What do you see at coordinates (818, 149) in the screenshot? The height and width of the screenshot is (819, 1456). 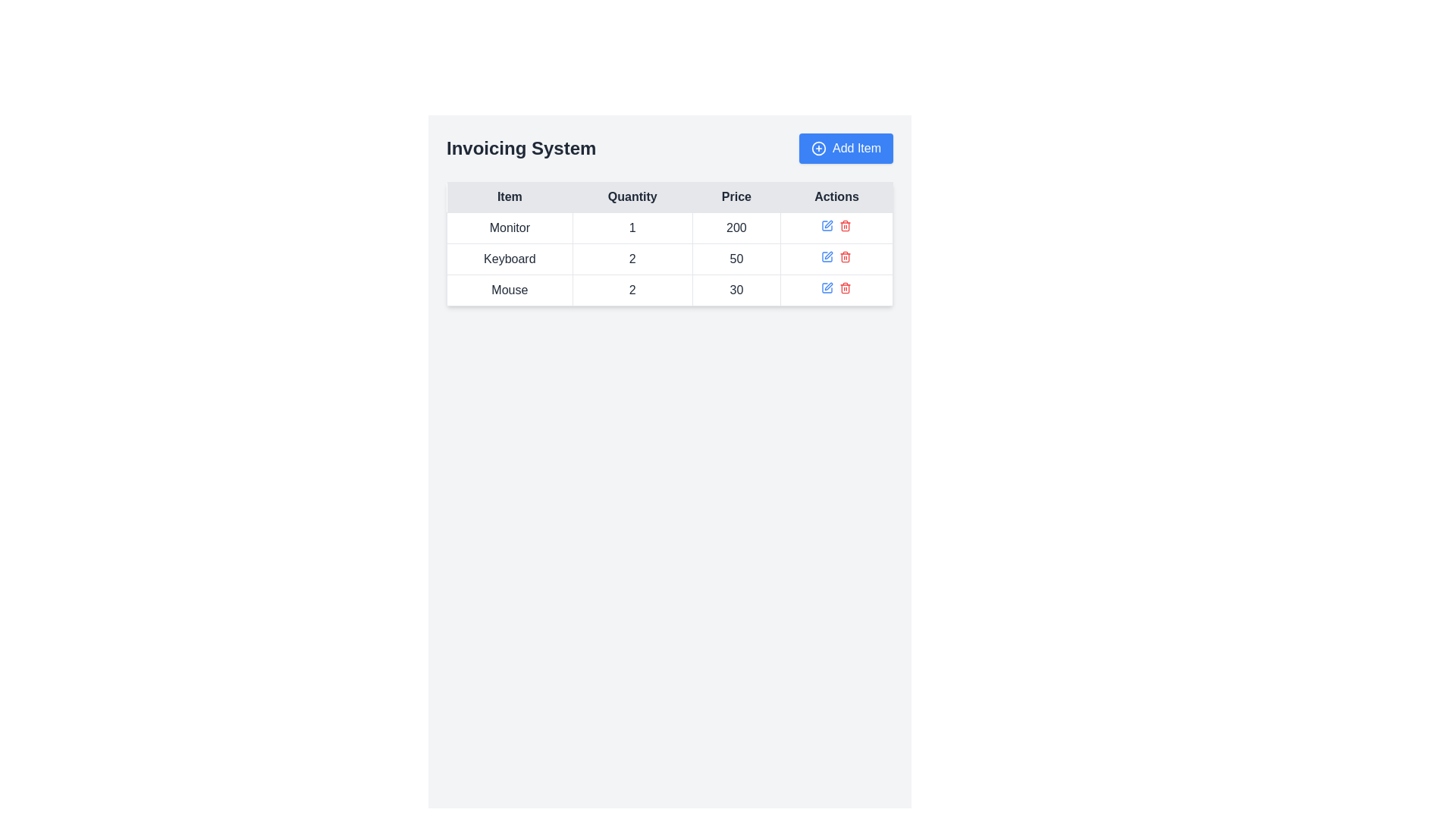 I see `the decorative SVG Circle that illustrates the plus symbol in the 'Add Item' button located at the top-right of the interface above the item table` at bounding box center [818, 149].